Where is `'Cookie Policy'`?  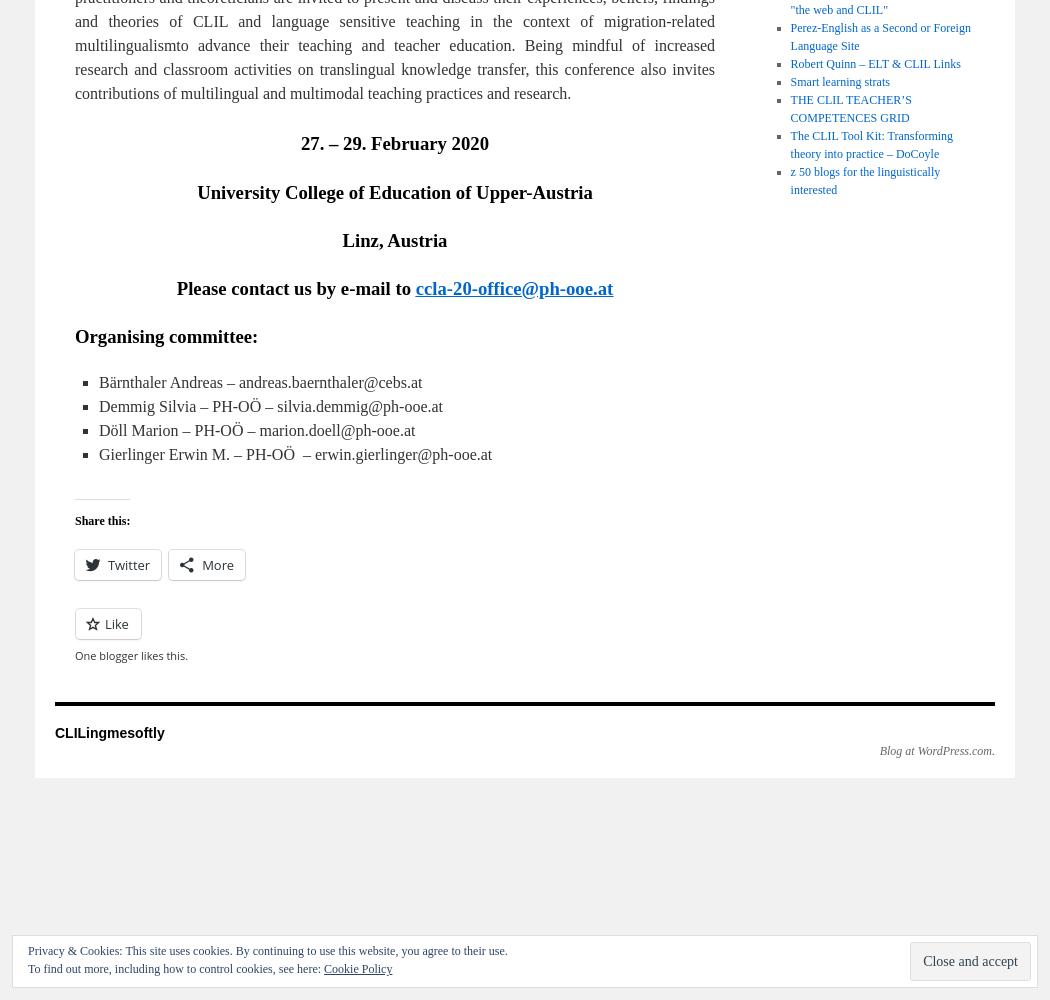
'Cookie Policy' is located at coordinates (357, 968).